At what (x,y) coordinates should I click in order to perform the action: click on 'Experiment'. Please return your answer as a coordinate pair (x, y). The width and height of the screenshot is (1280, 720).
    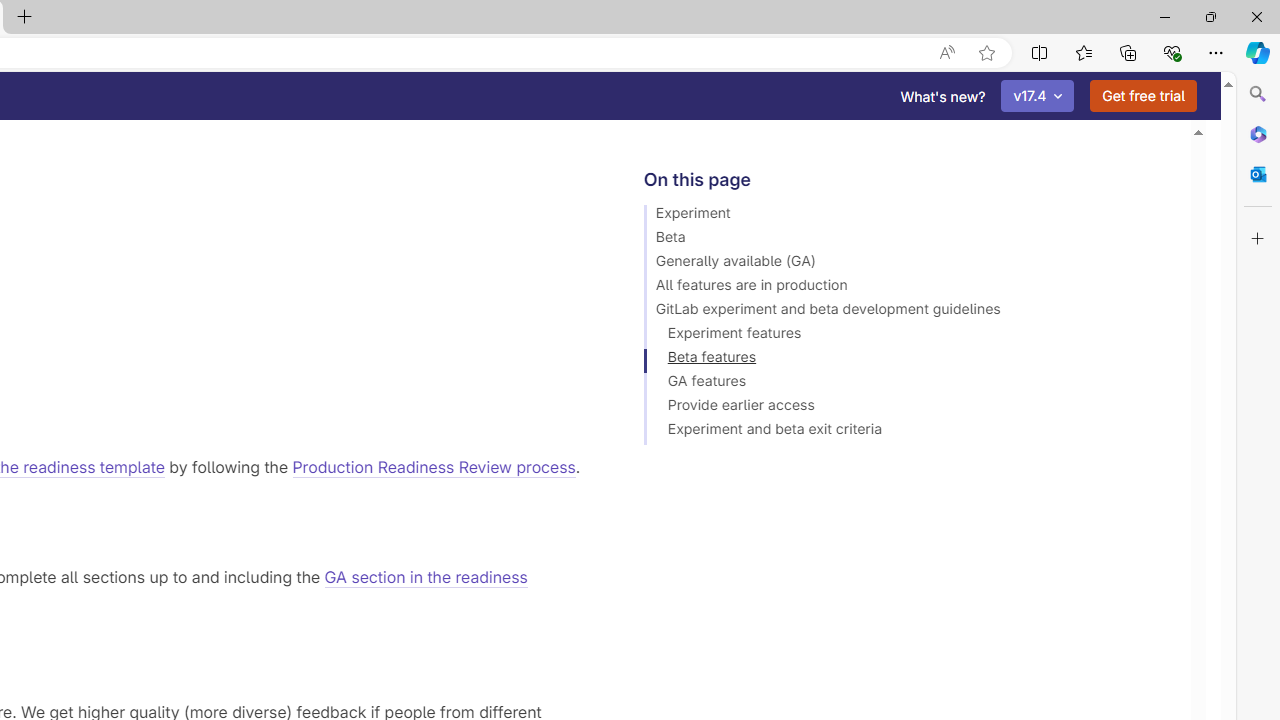
    Looking at the image, I should click on (907, 216).